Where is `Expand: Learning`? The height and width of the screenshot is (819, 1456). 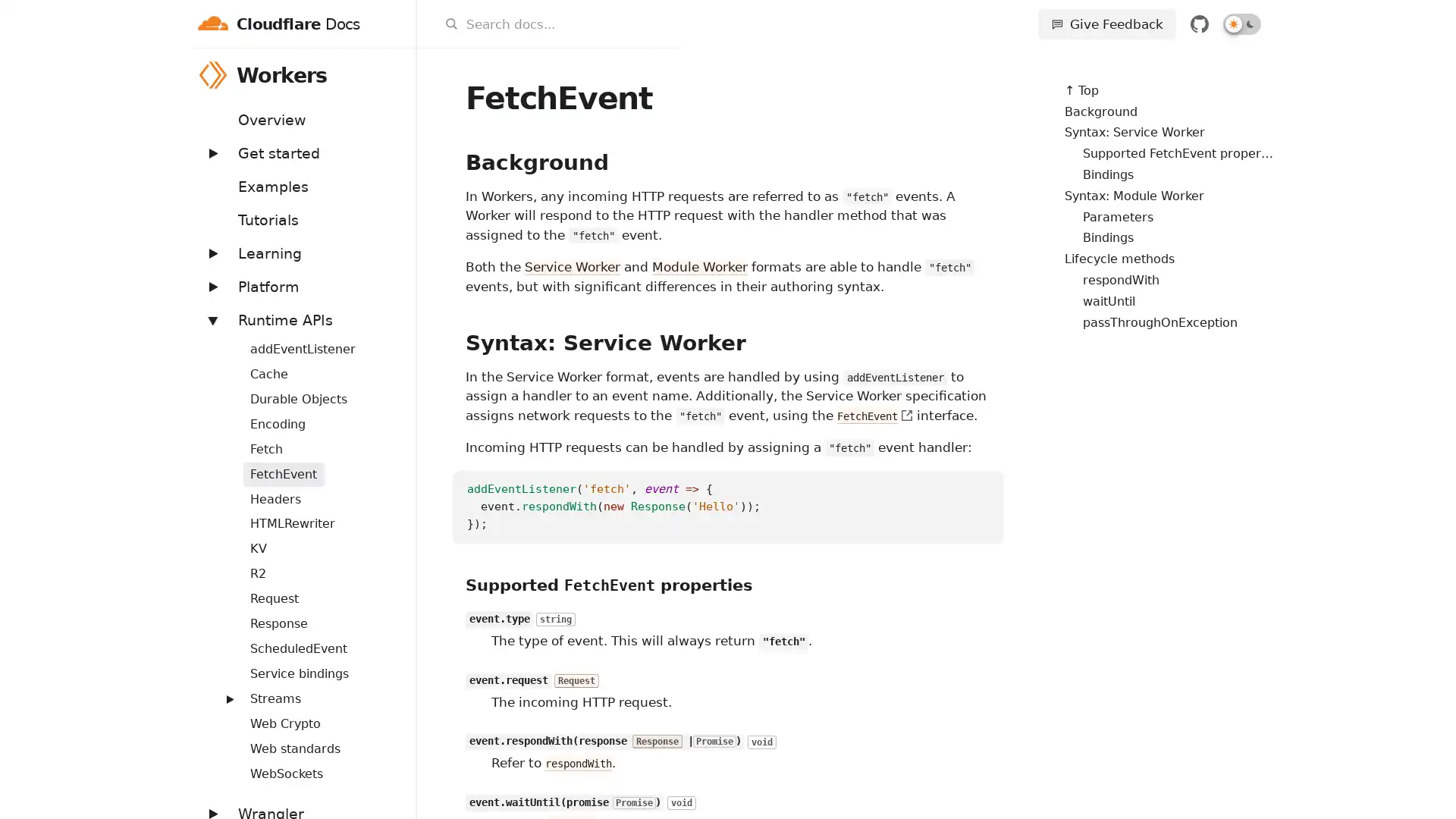
Expand: Learning is located at coordinates (211, 252).